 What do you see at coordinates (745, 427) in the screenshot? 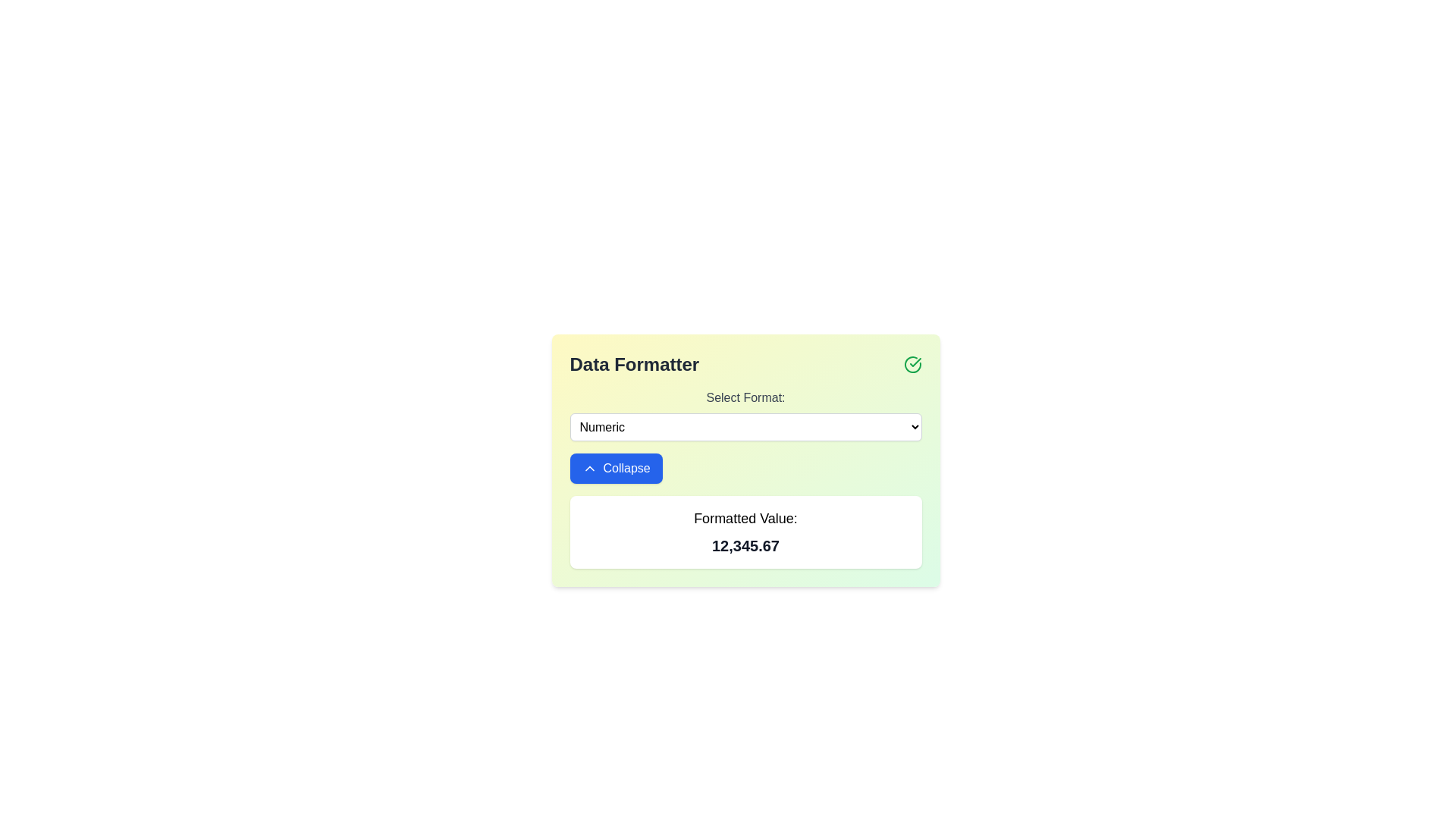
I see `the option 'Numeric' from the dropdown menu located below the label 'Select Format:' with a white background and rounded corners` at bounding box center [745, 427].